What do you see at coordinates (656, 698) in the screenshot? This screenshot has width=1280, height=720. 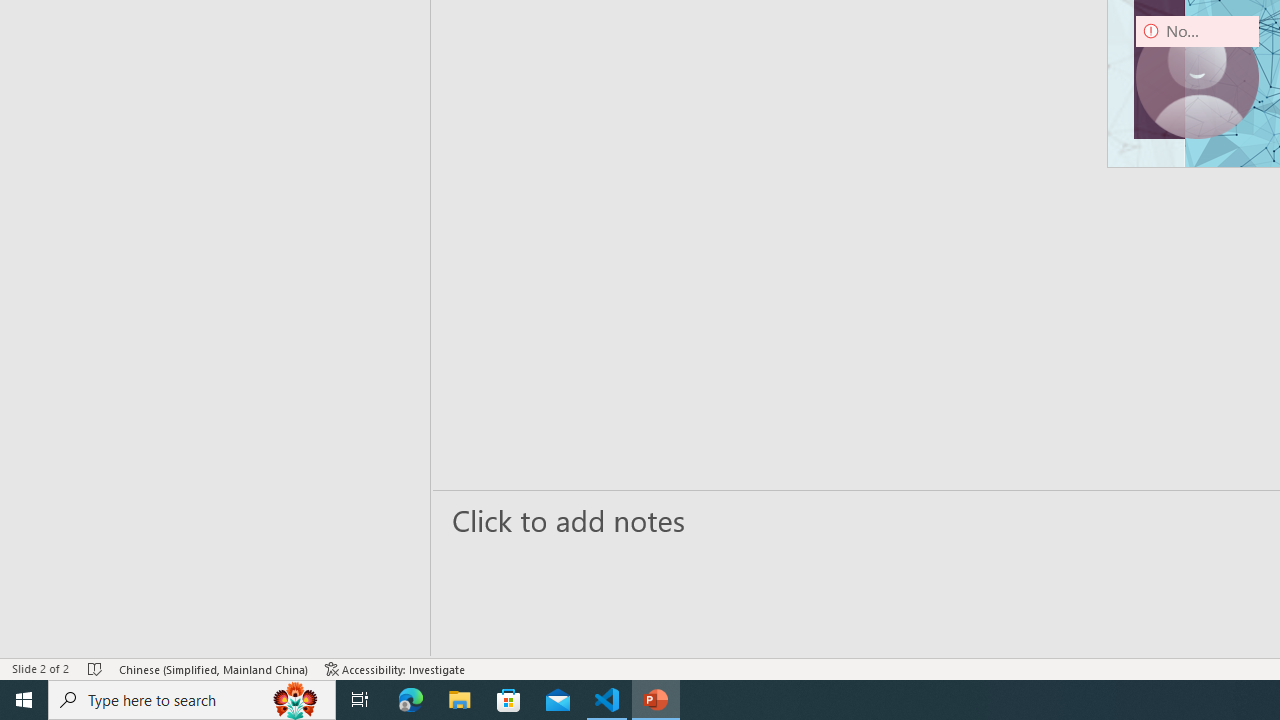 I see `'PowerPoint - 1 running window'` at bounding box center [656, 698].